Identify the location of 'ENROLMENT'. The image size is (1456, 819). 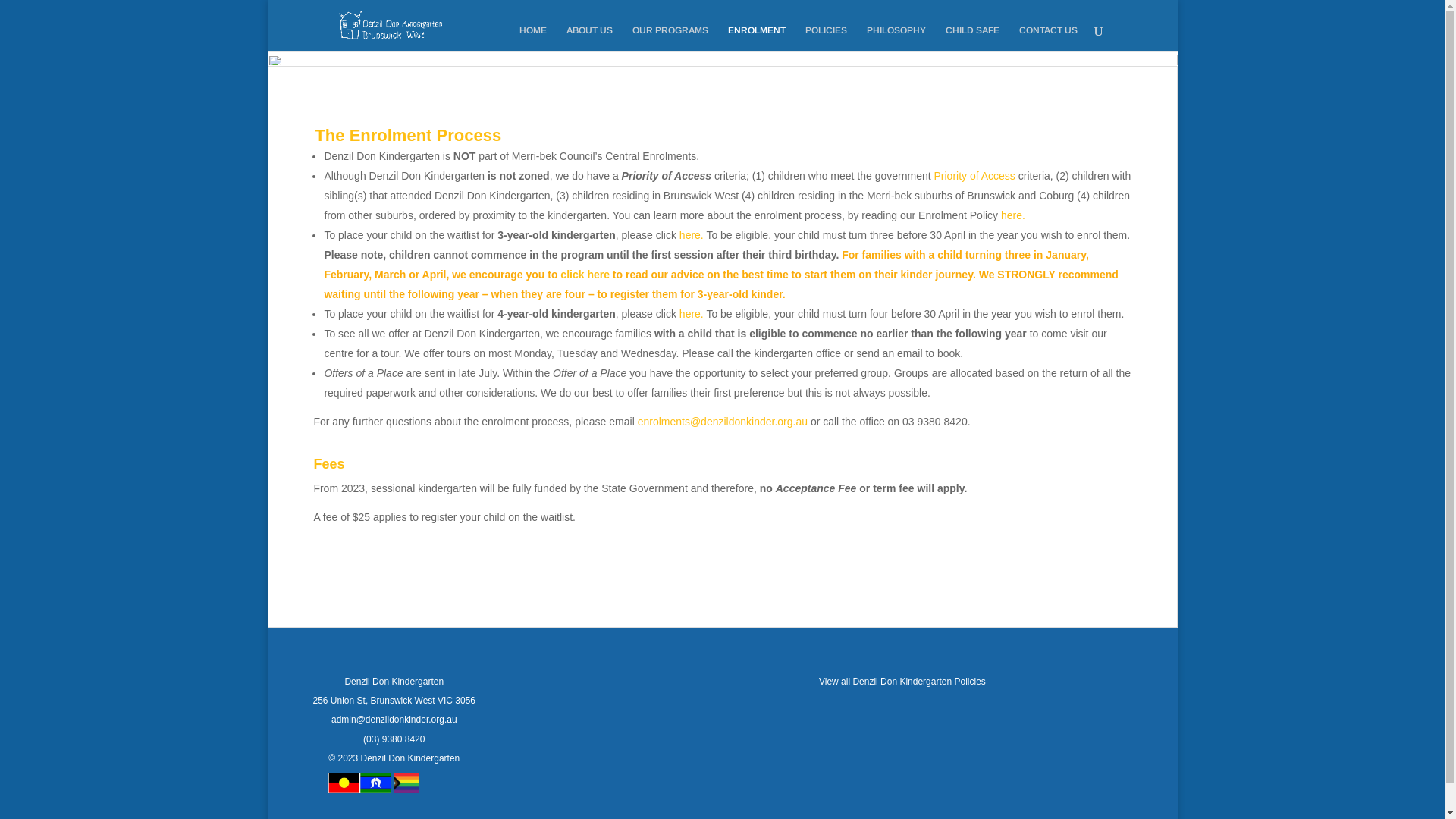
(757, 37).